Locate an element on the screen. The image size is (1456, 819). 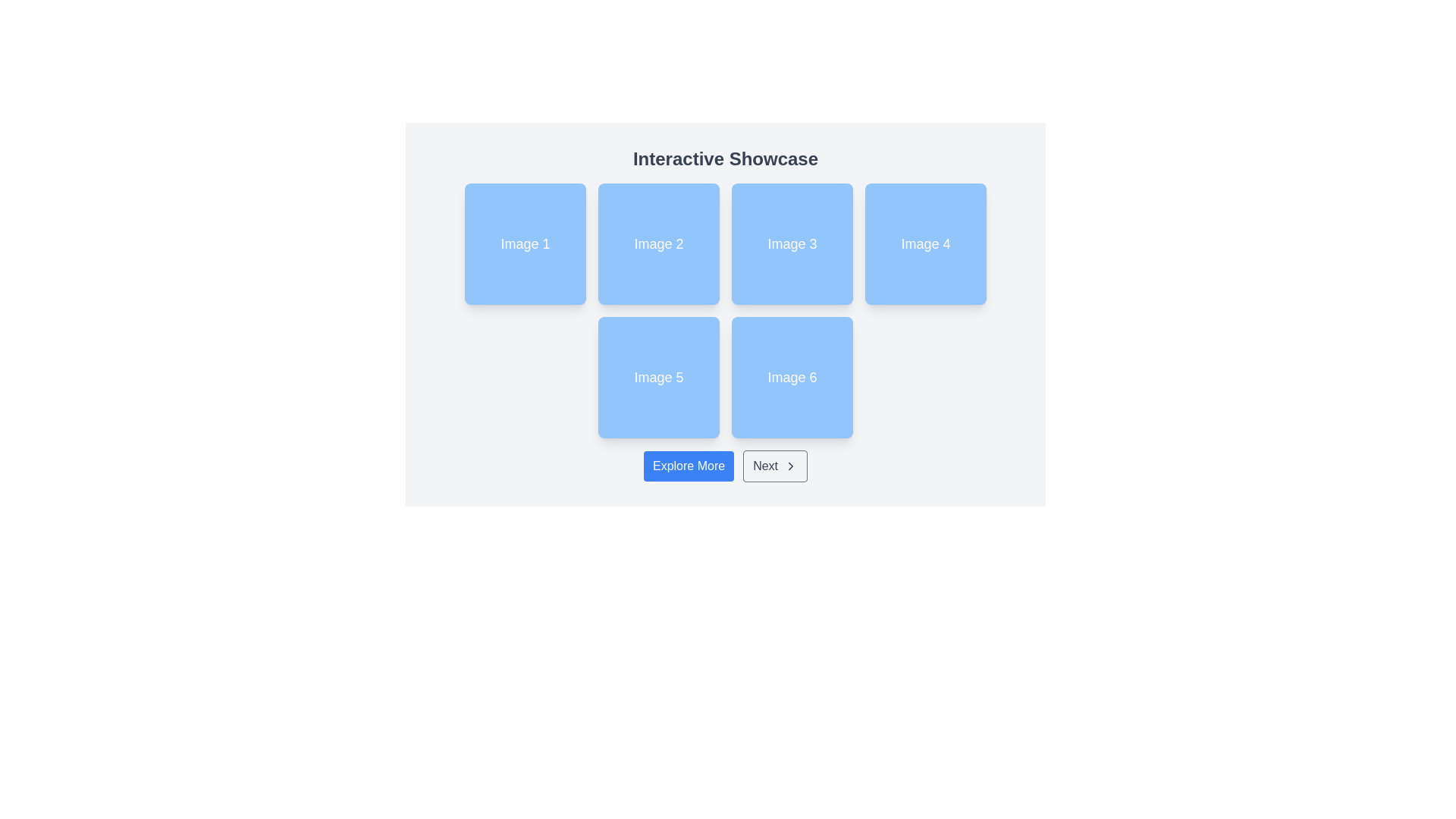
the navigational button located to the left of the 'Next' button, below the grid of images labeled 'Image 1' through 'Image 6' is located at coordinates (688, 465).